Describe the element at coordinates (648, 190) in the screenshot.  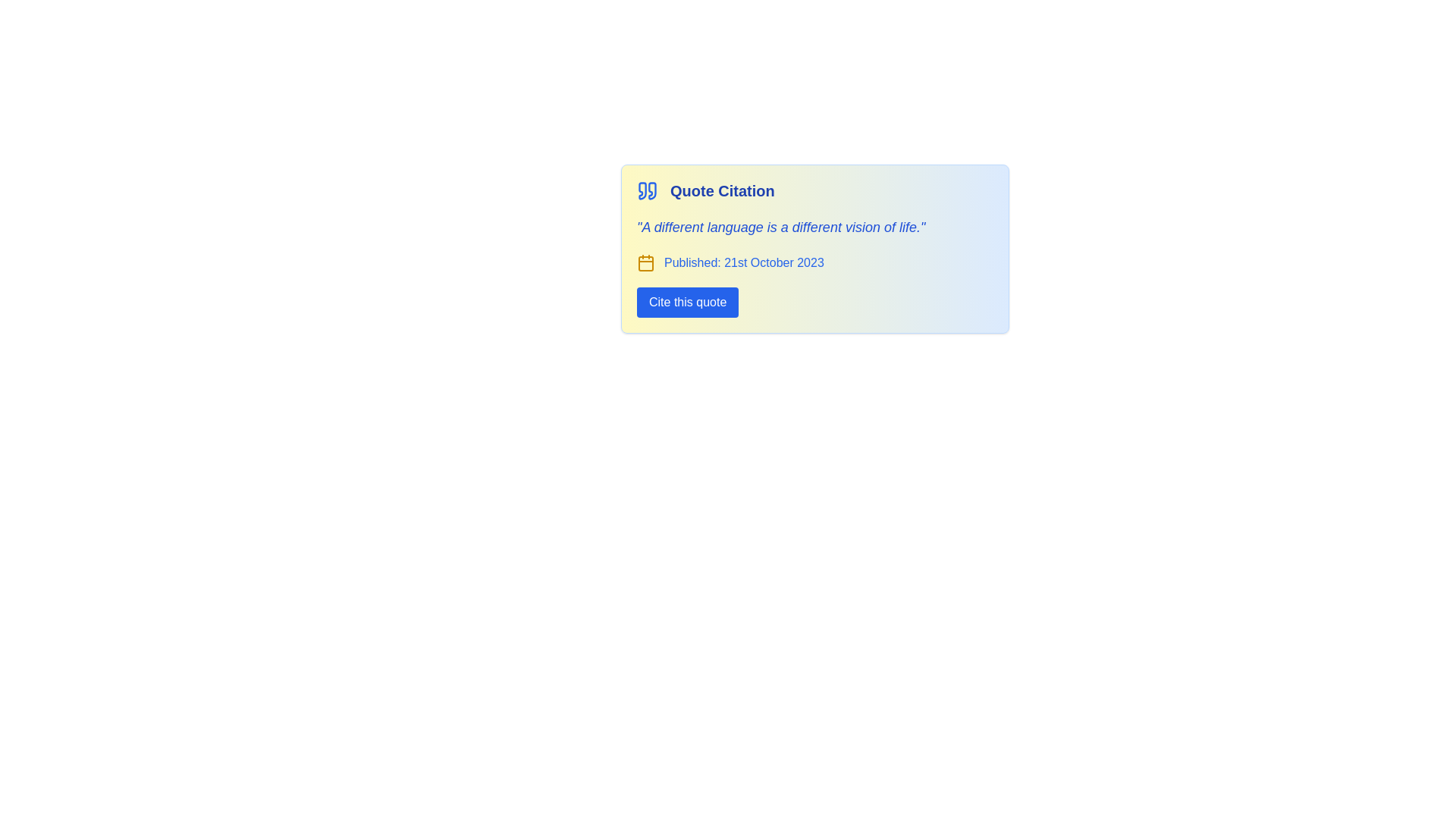
I see `the quotation icon located to the left of the 'Quote Citation' title text in the main content box` at that location.